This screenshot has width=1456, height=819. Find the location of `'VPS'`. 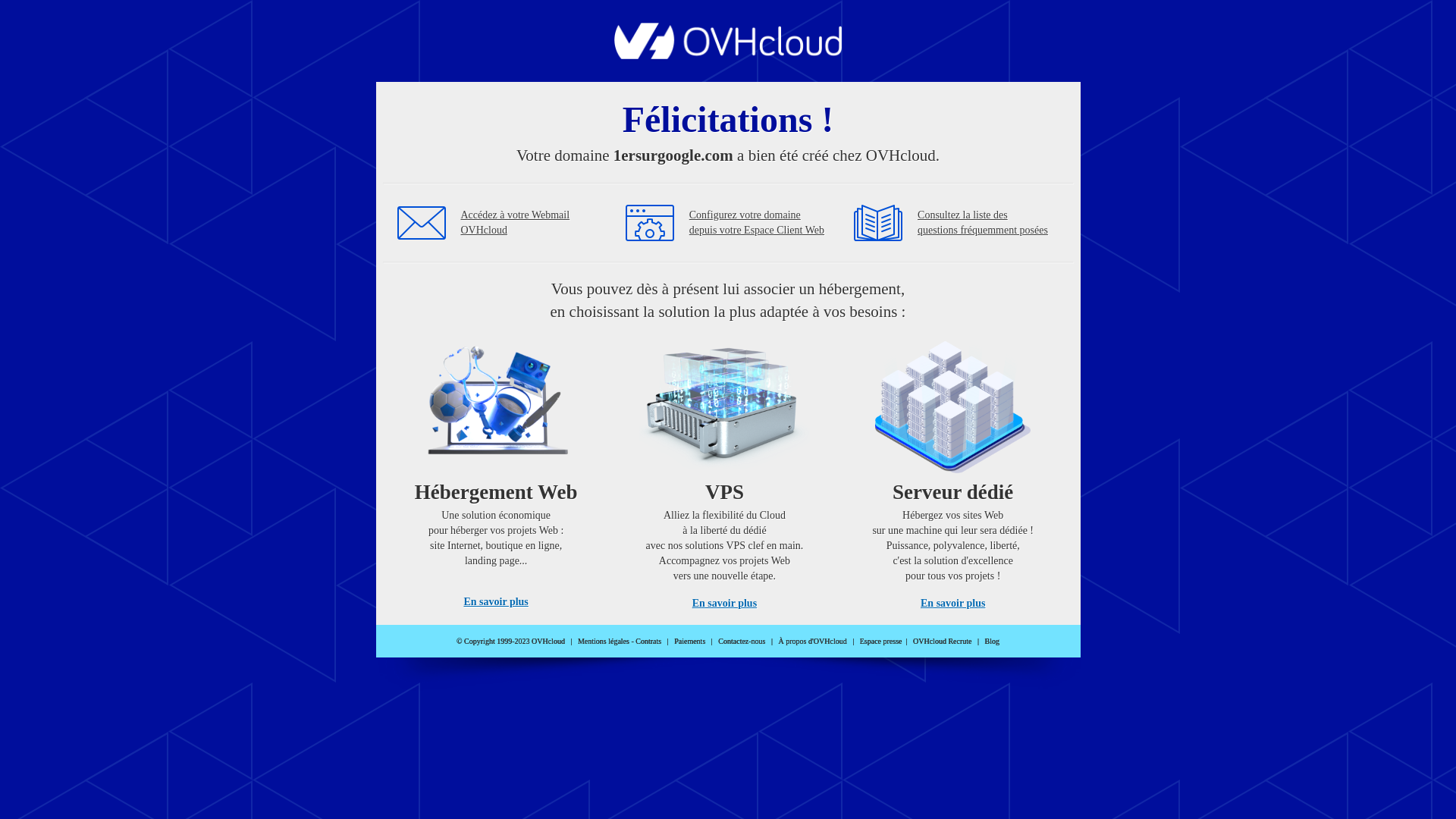

'VPS' is located at coordinates (723, 469).